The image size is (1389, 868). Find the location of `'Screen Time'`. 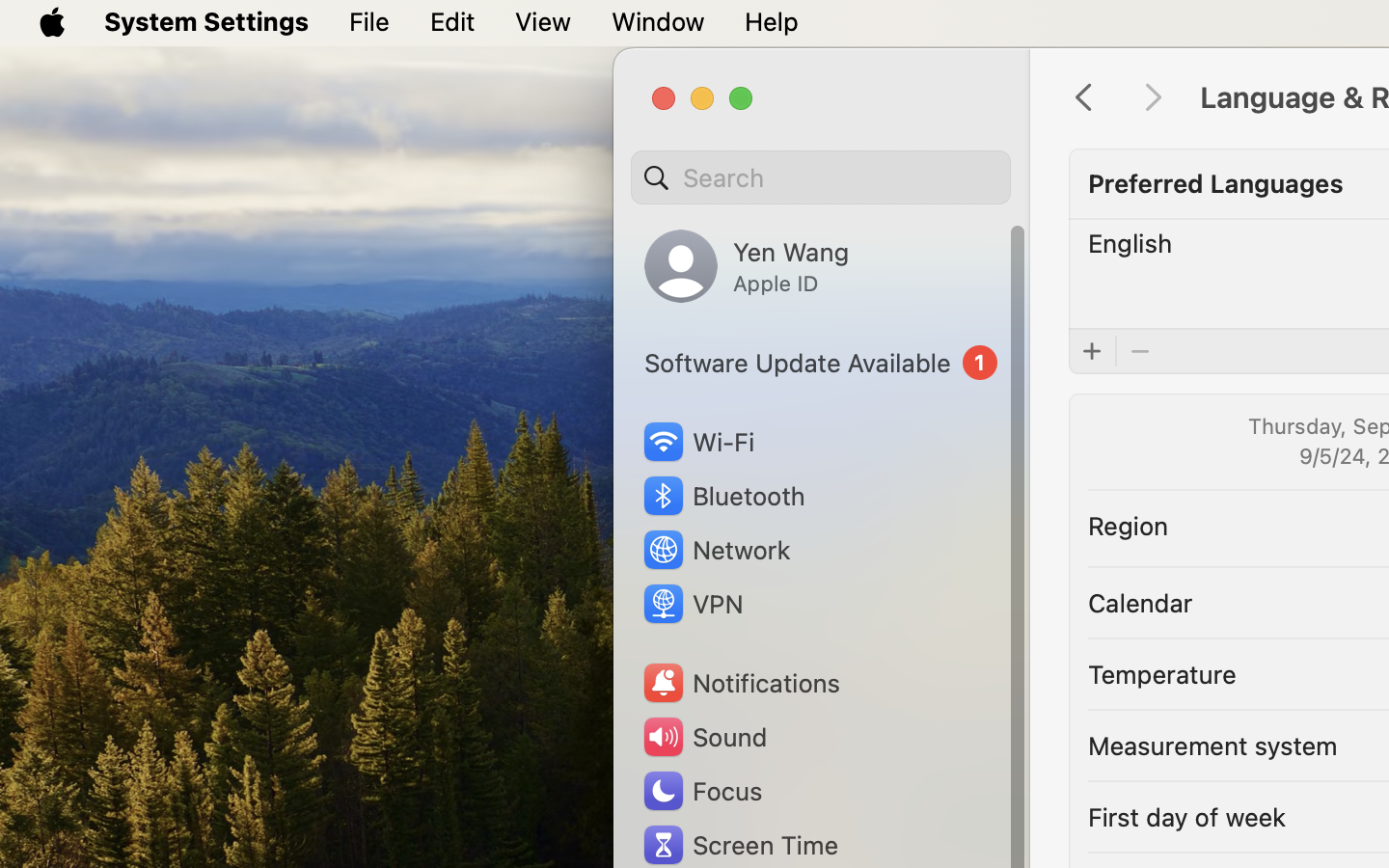

'Screen Time' is located at coordinates (738, 844).